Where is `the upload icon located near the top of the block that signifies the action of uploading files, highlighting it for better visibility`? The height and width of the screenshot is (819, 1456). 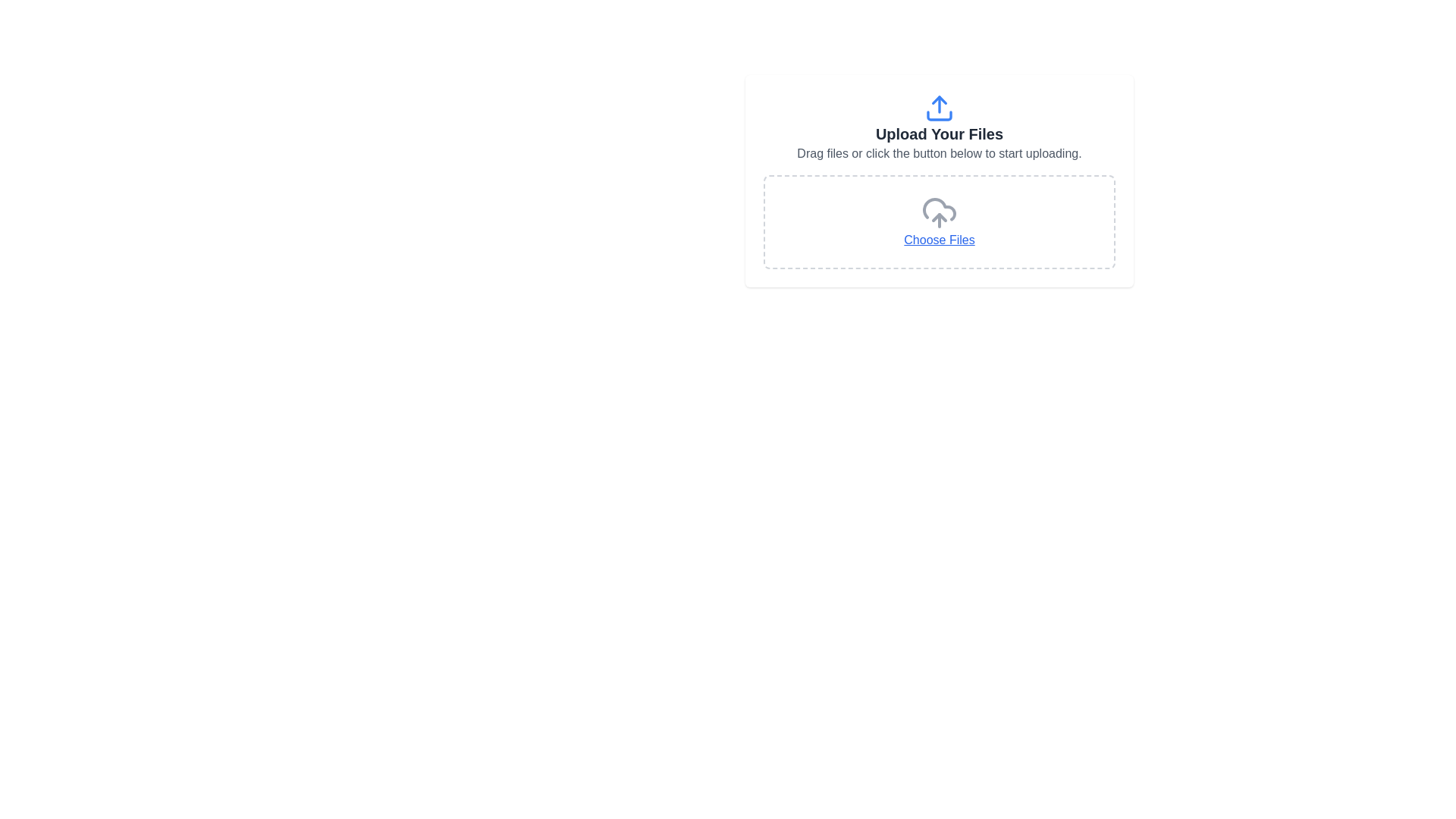
the upload icon located near the top of the block that signifies the action of uploading files, highlighting it for better visibility is located at coordinates (938, 107).